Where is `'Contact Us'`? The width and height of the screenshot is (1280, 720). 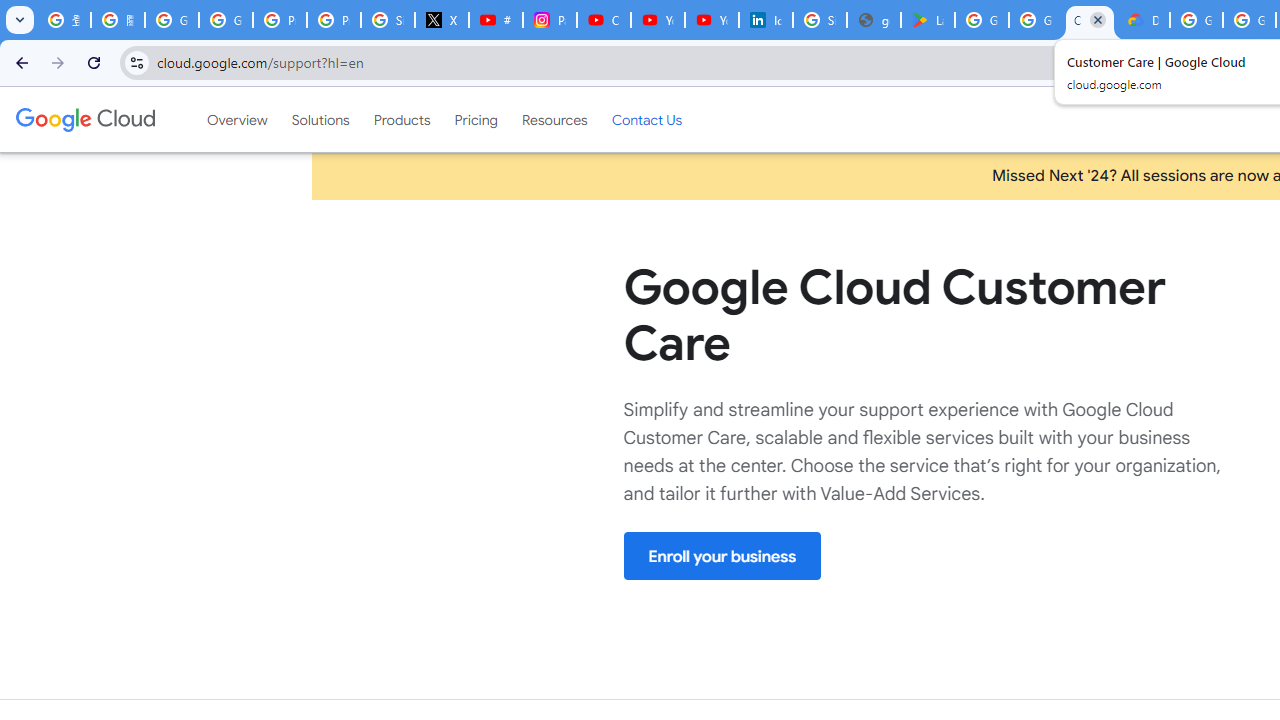 'Contact Us' is located at coordinates (647, 119).